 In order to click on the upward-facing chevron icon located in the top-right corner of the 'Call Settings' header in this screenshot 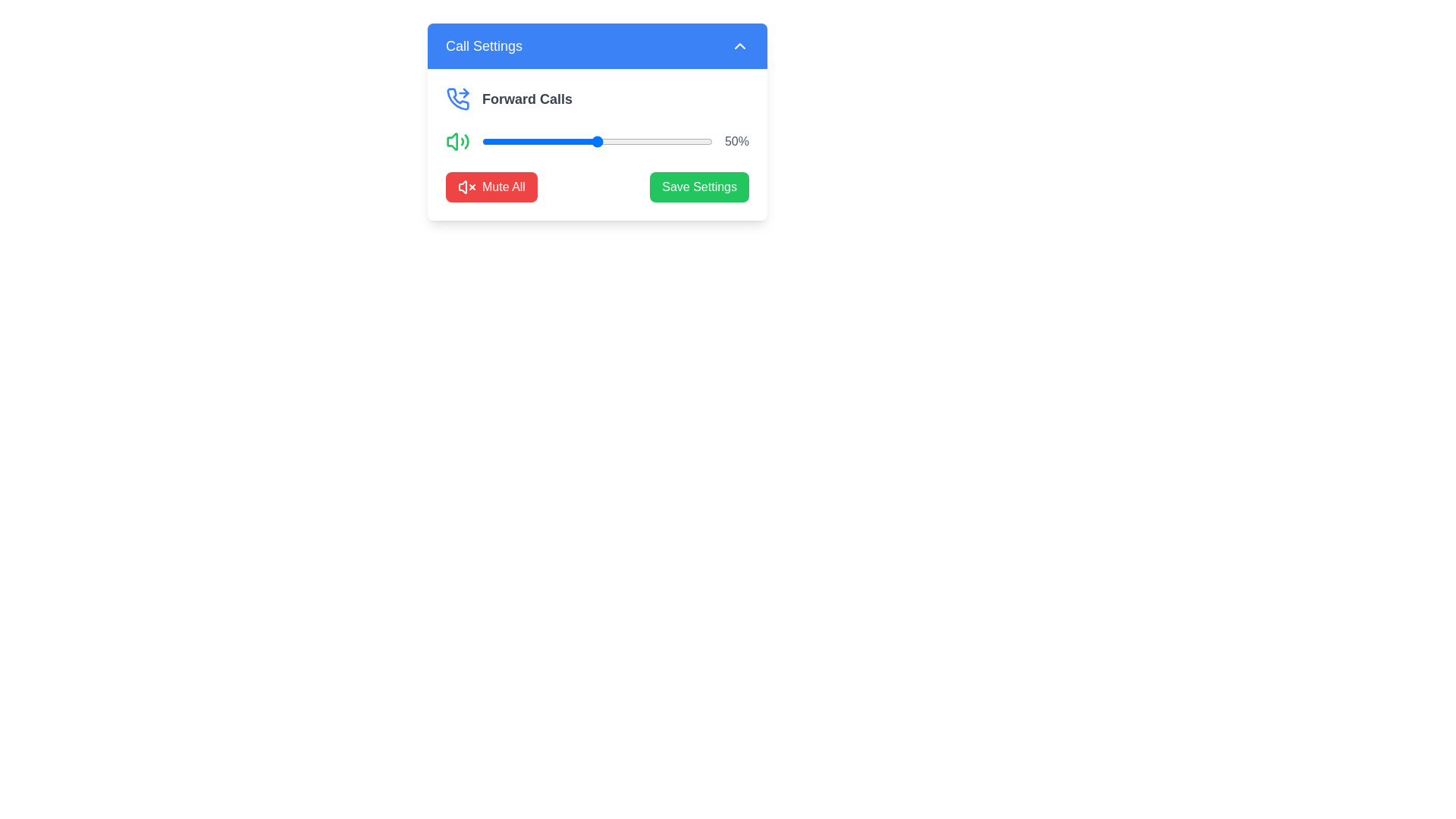, I will do `click(739, 45)`.